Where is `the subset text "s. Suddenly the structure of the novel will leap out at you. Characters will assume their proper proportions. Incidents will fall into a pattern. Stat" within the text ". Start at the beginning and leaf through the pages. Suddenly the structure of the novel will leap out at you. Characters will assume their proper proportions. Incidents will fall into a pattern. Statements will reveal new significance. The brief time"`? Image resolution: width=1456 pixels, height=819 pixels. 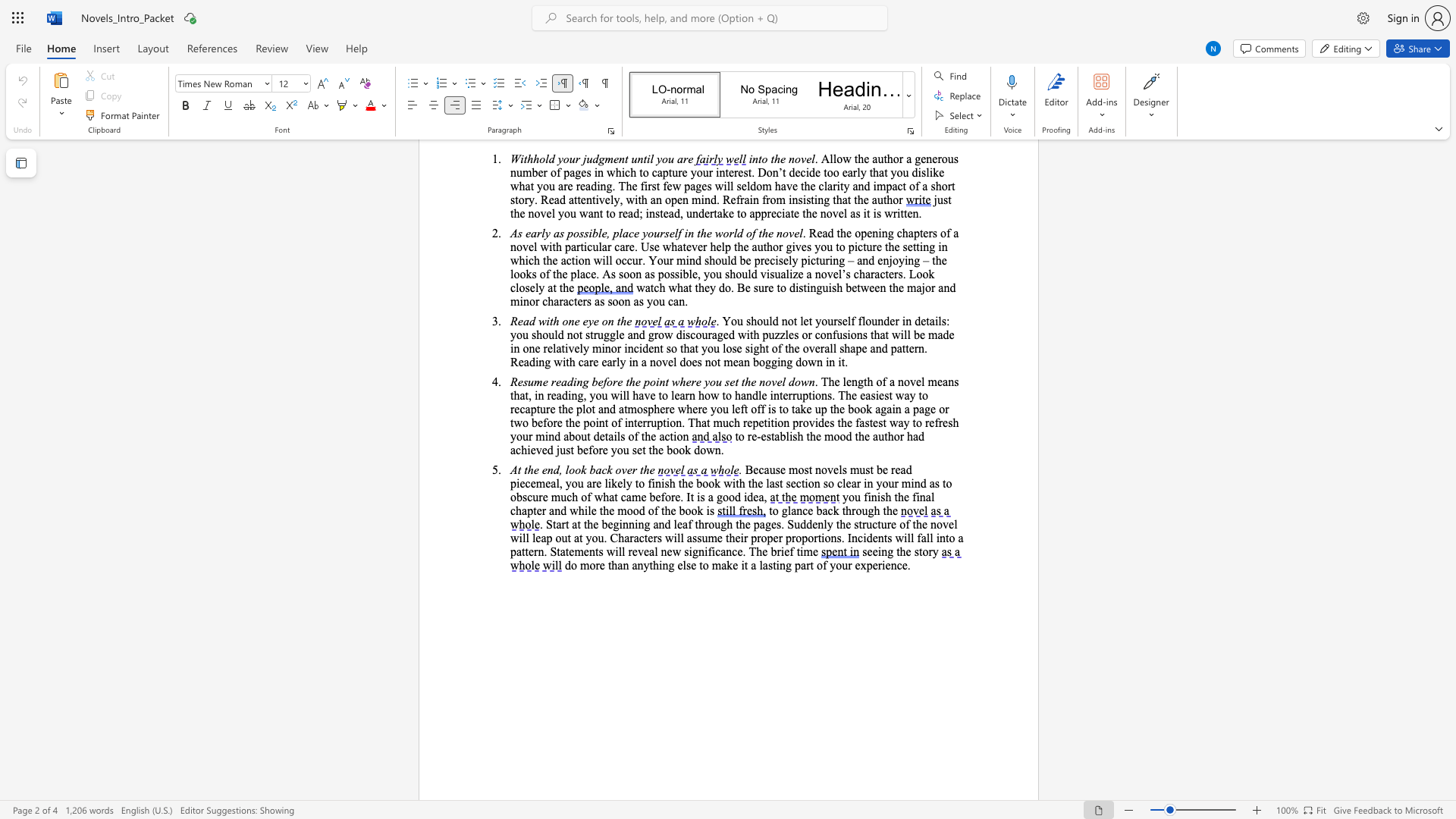
the subset text "s. Suddenly the structure of the novel will leap out at you. Characters will assume their proper proportions. Incidents will fall into a pattern. Stat" within the text ". Start at the beginning and leaf through the pages. Suddenly the structure of the novel will leap out at you. Characters will assume their proper proportions. Incidents will fall into a pattern. Statements will reveal new significance. The brief time" is located at coordinates (776, 523).